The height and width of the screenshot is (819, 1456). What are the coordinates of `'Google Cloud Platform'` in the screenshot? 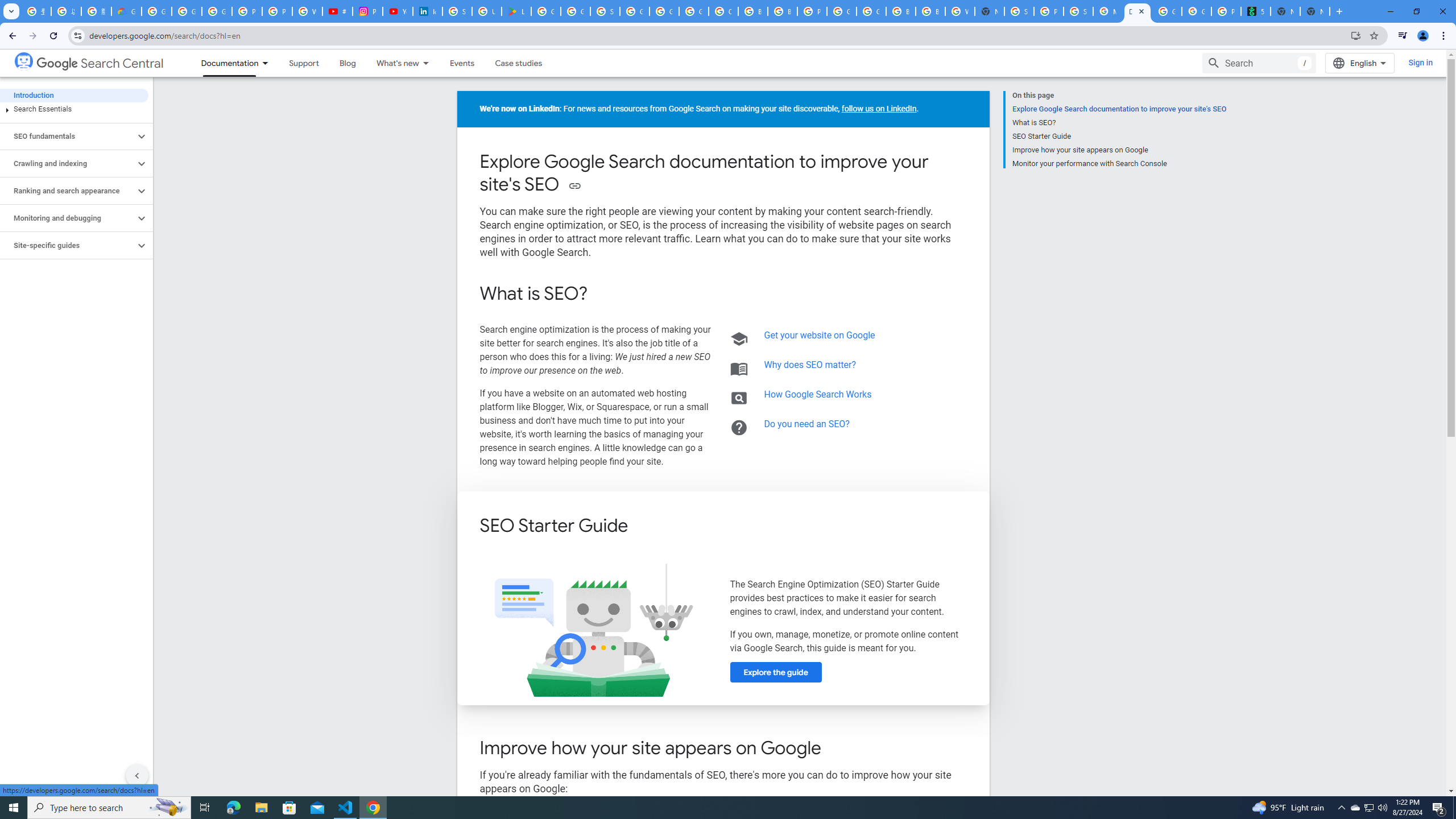 It's located at (841, 11).